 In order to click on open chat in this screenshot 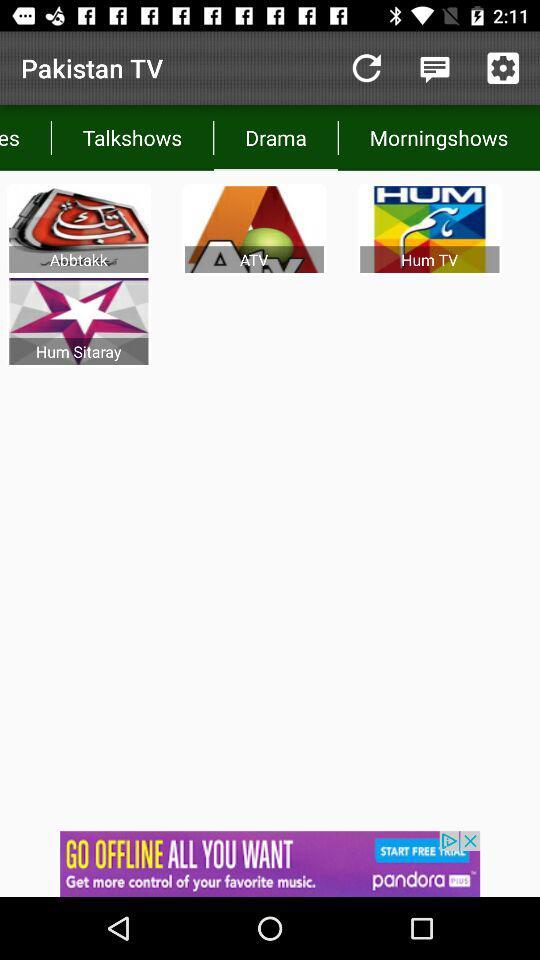, I will do `click(434, 68)`.